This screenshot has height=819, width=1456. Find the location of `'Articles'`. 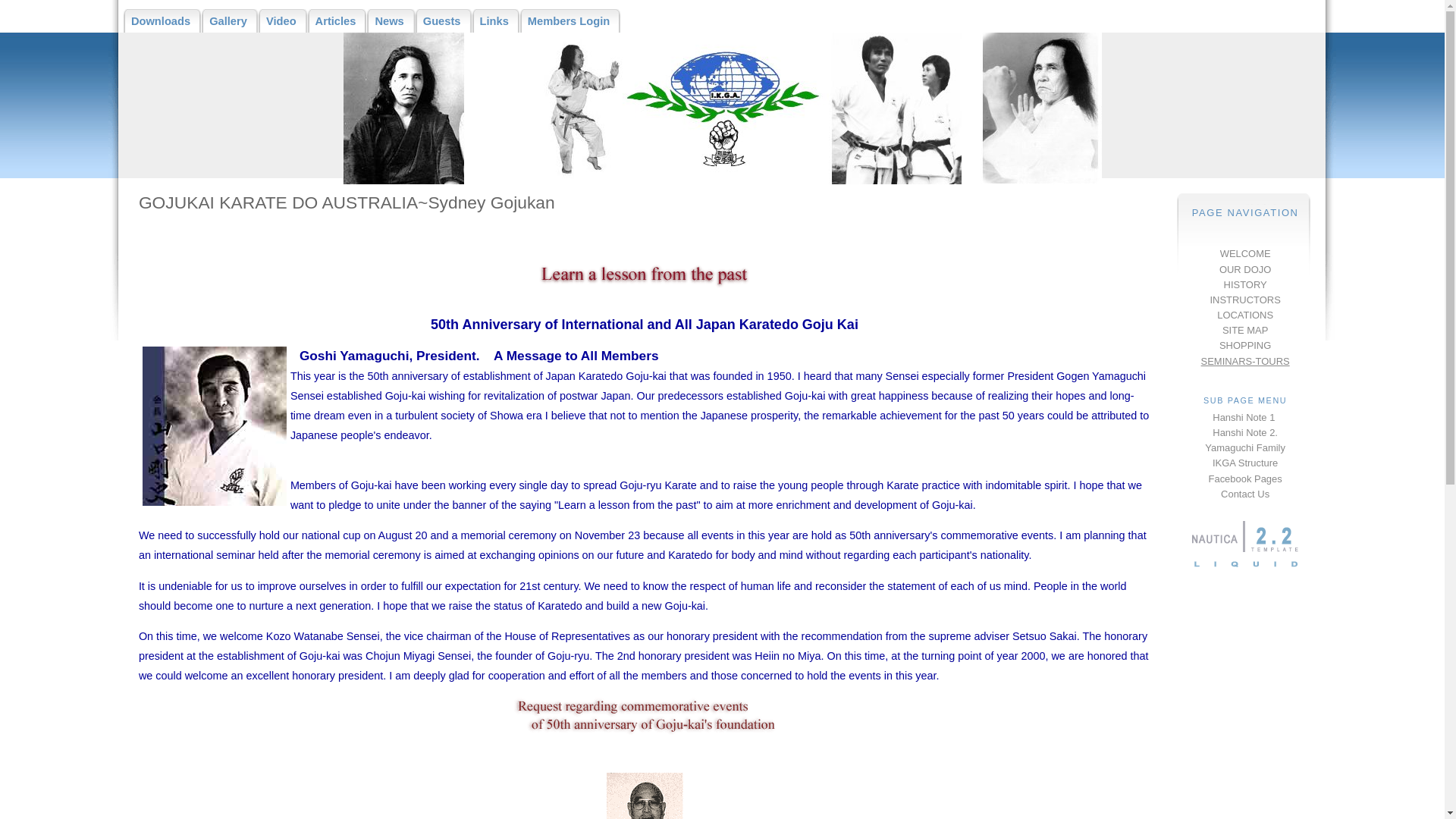

'Articles' is located at coordinates (337, 20).